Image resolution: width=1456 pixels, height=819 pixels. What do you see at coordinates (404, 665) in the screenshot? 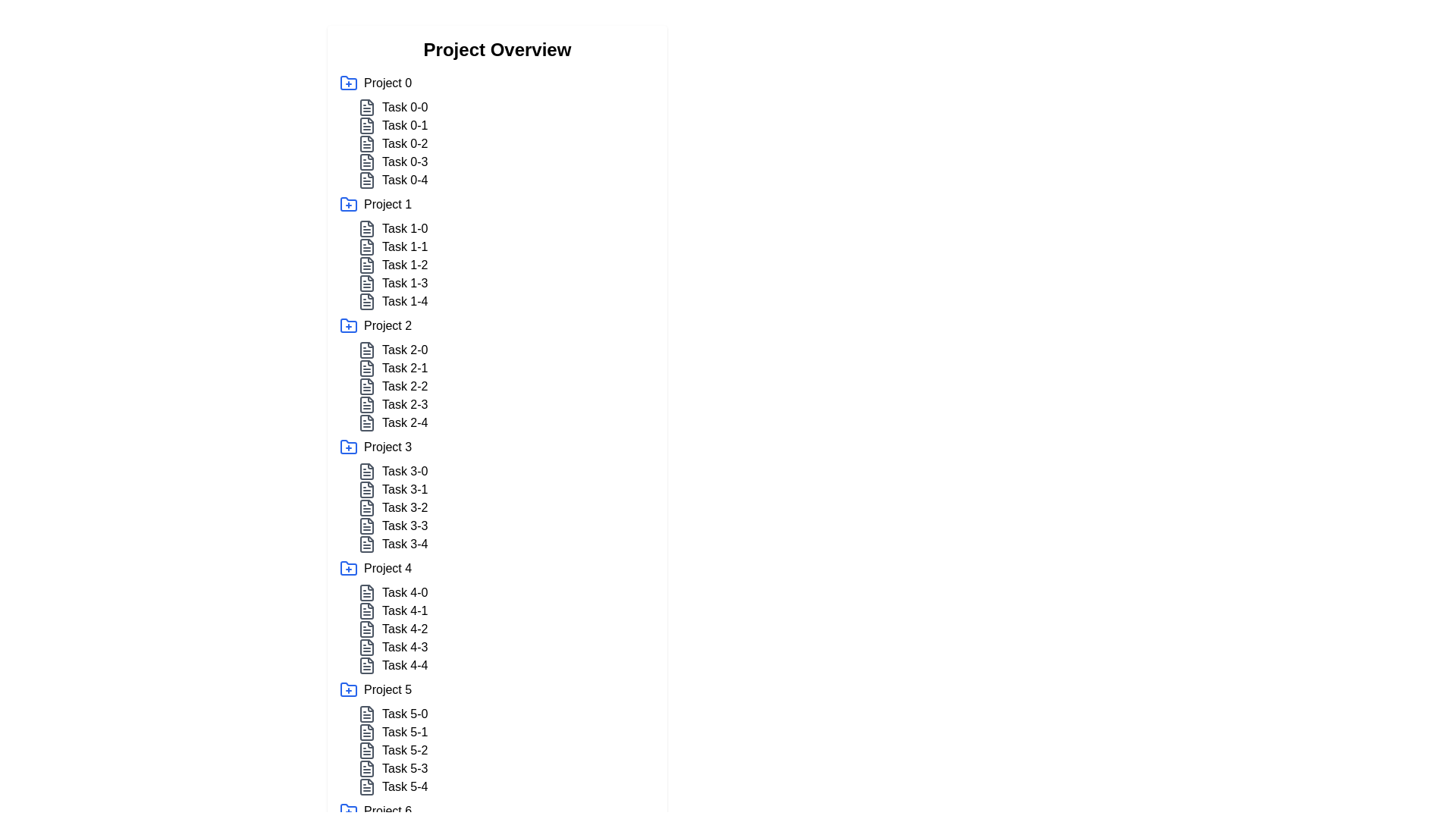
I see `the fifth list item labeled 'Task 4-4' under the 'Project 4' section` at bounding box center [404, 665].